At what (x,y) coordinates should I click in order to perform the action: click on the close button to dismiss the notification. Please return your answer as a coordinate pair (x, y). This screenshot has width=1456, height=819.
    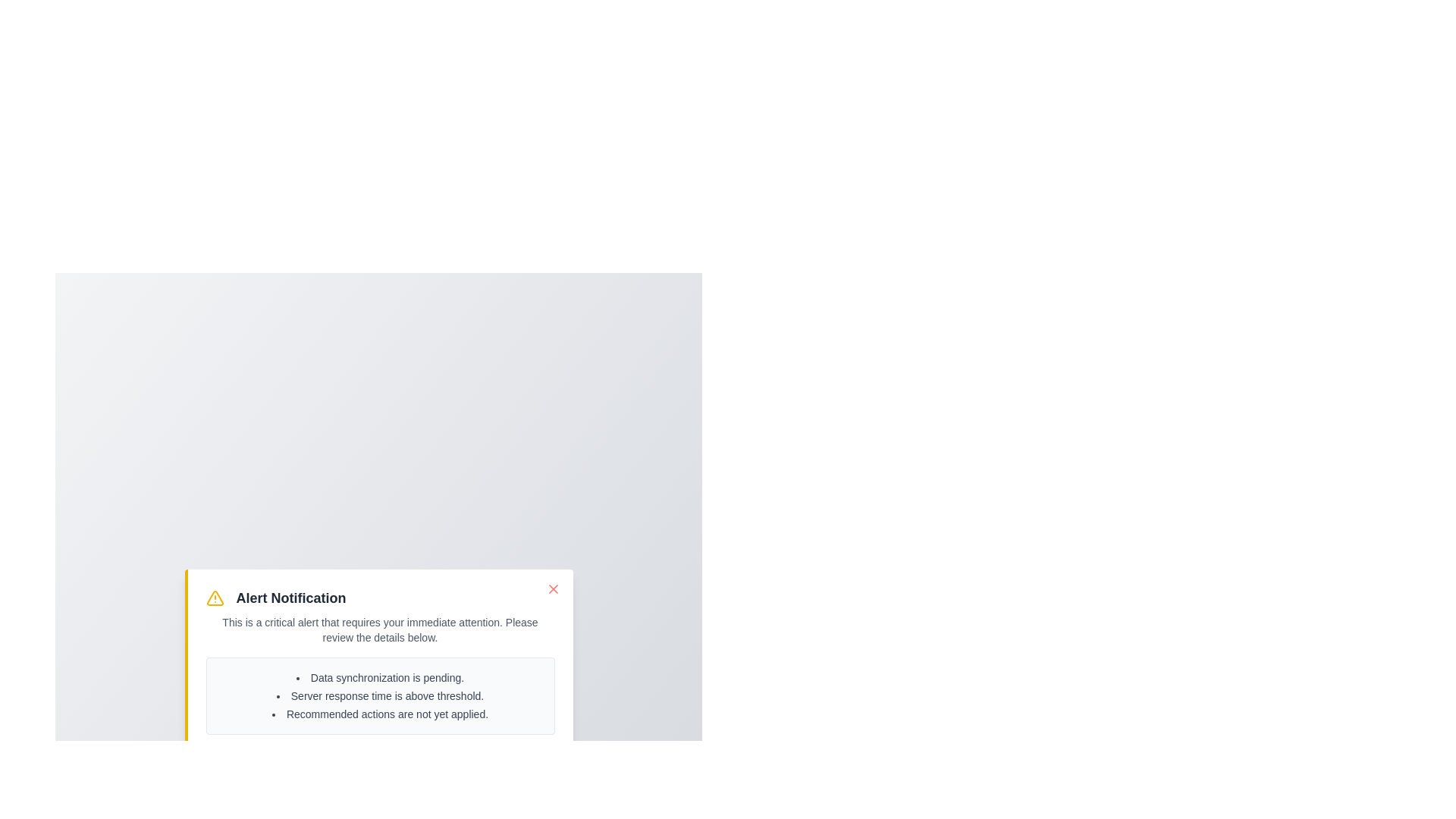
    Looking at the image, I should click on (552, 588).